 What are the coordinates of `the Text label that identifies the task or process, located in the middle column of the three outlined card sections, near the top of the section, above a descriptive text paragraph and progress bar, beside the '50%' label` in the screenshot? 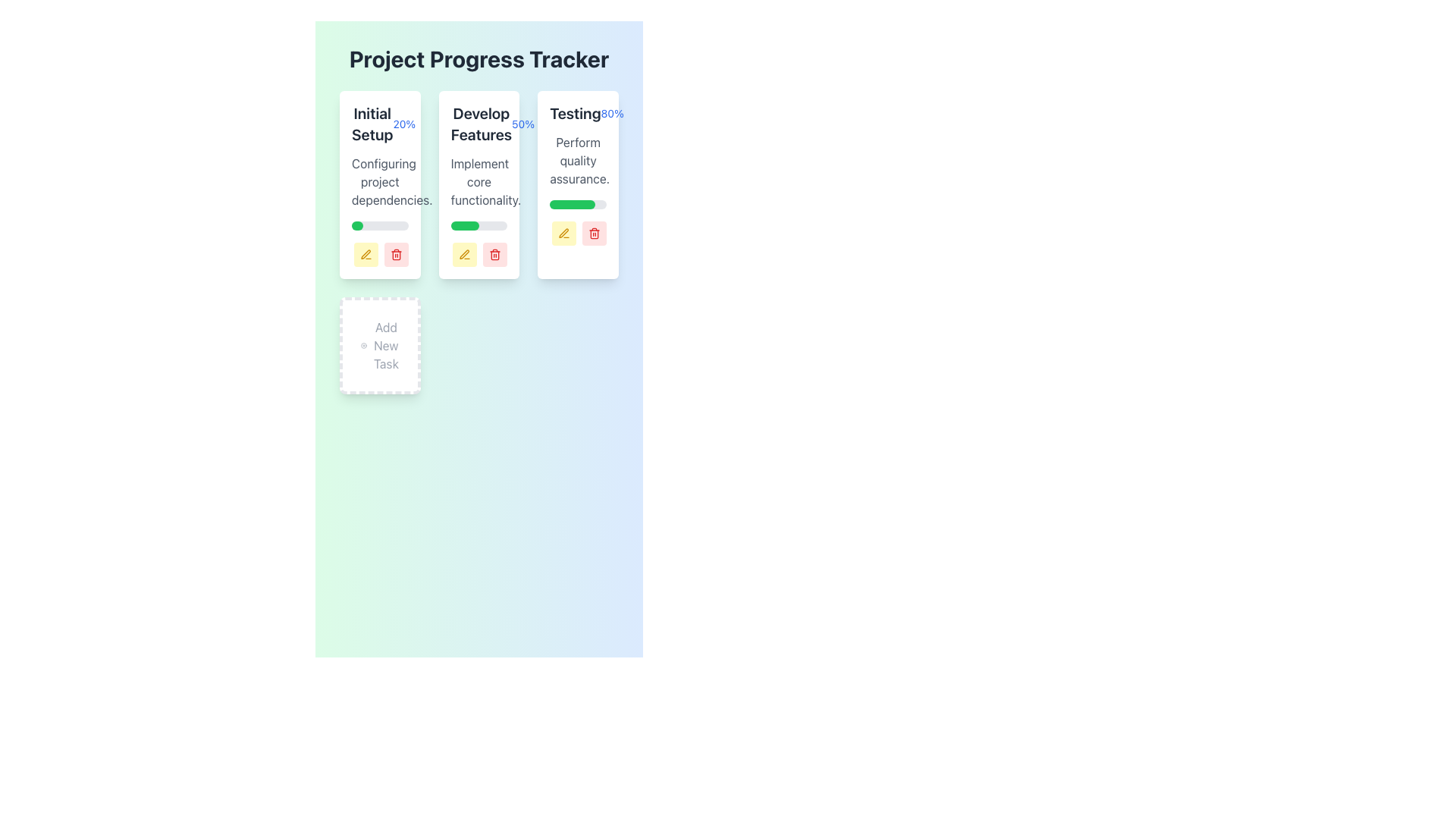 It's located at (480, 124).